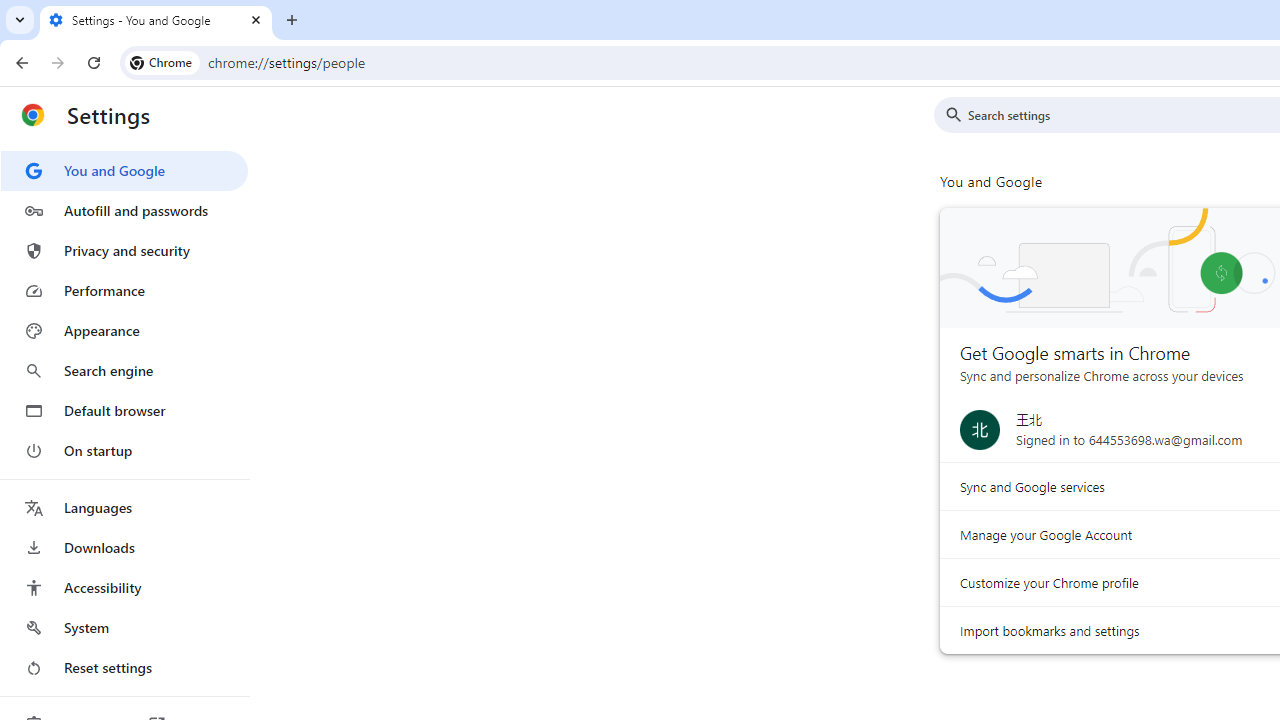  I want to click on 'Privacy and security', so click(123, 249).